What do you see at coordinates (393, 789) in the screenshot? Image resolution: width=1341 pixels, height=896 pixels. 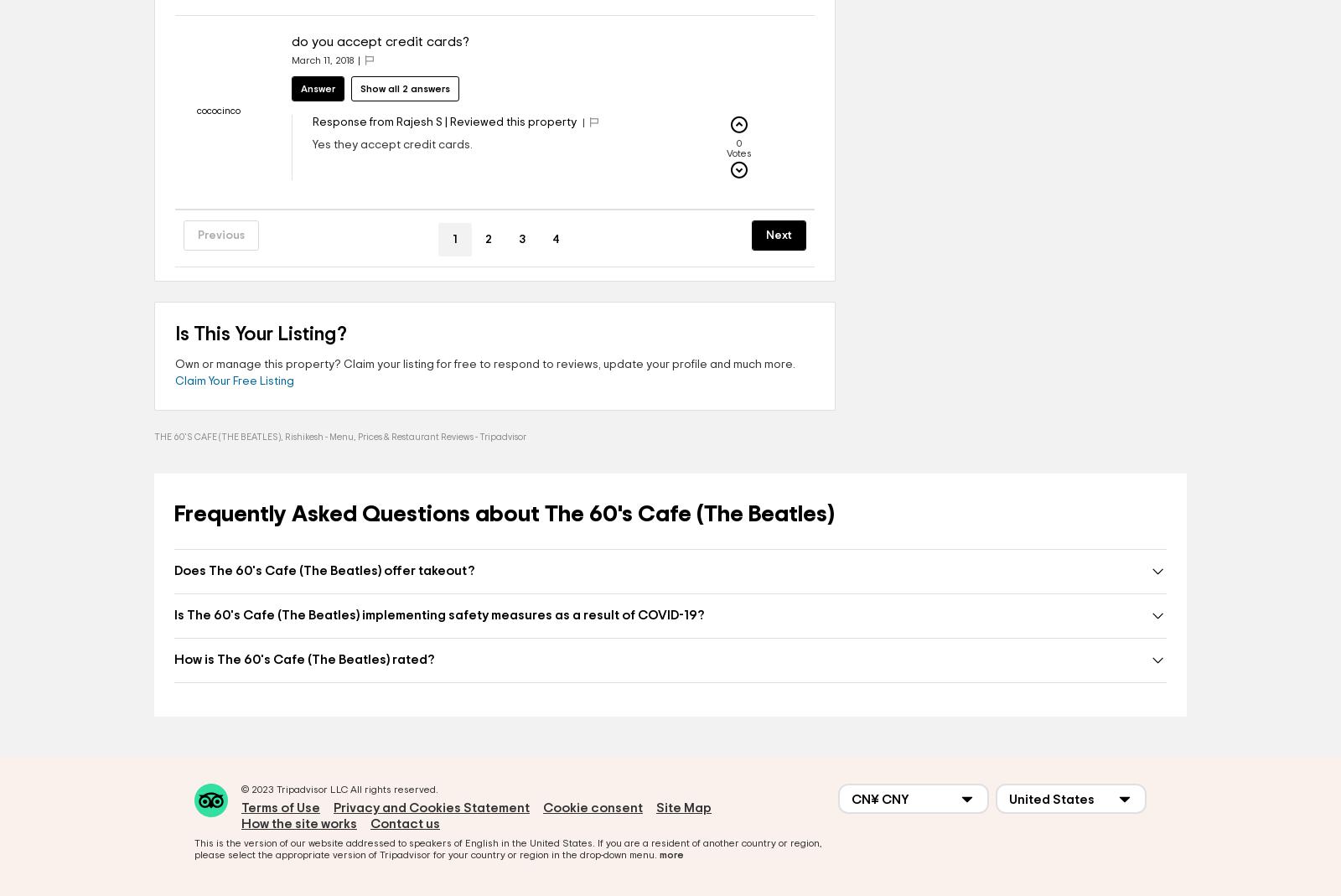 I see `'All rights reserved.'` at bounding box center [393, 789].